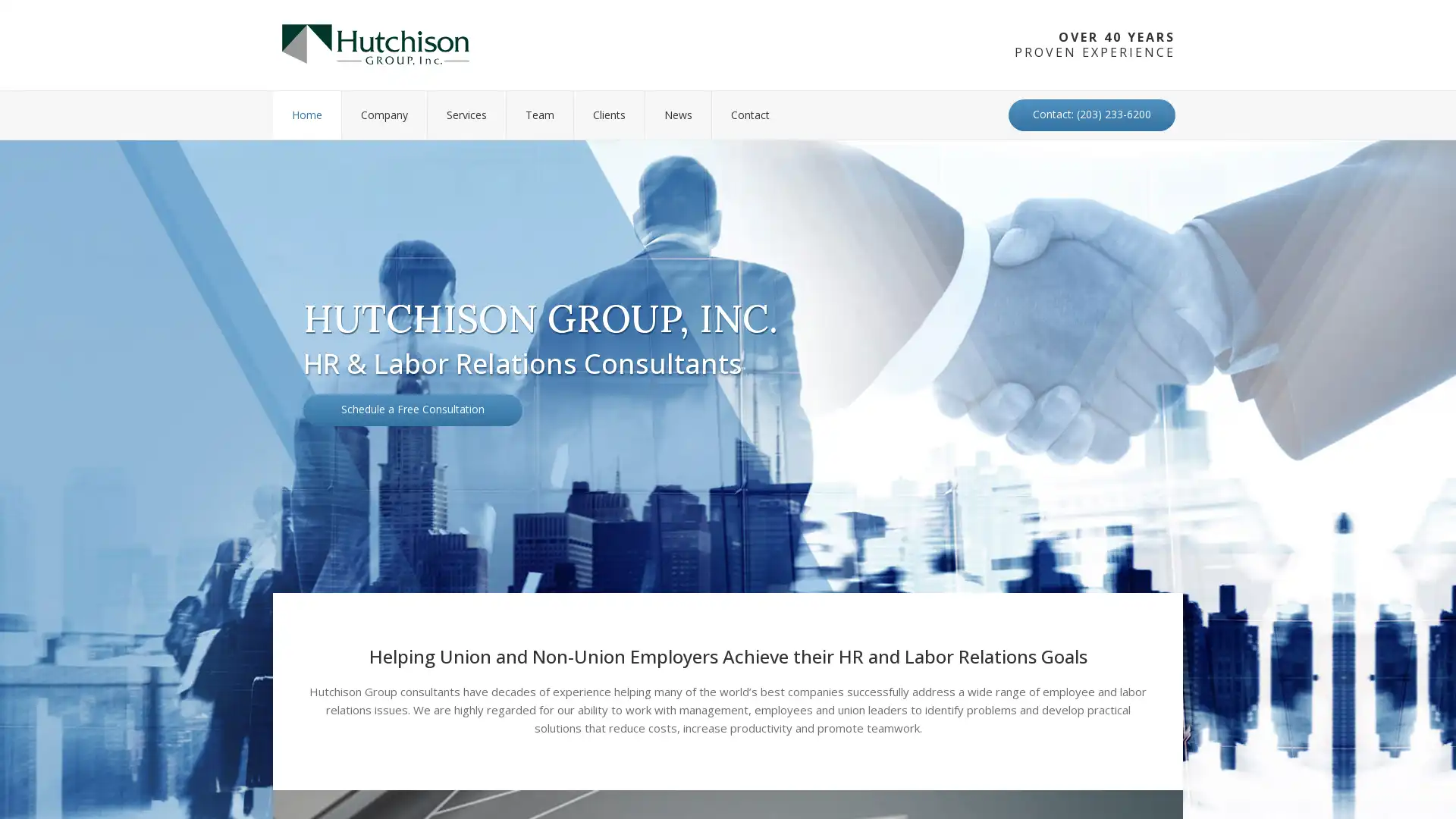 This screenshot has height=819, width=1456. What do you see at coordinates (1092, 114) in the screenshot?
I see `Contact: (203) 233-6200` at bounding box center [1092, 114].